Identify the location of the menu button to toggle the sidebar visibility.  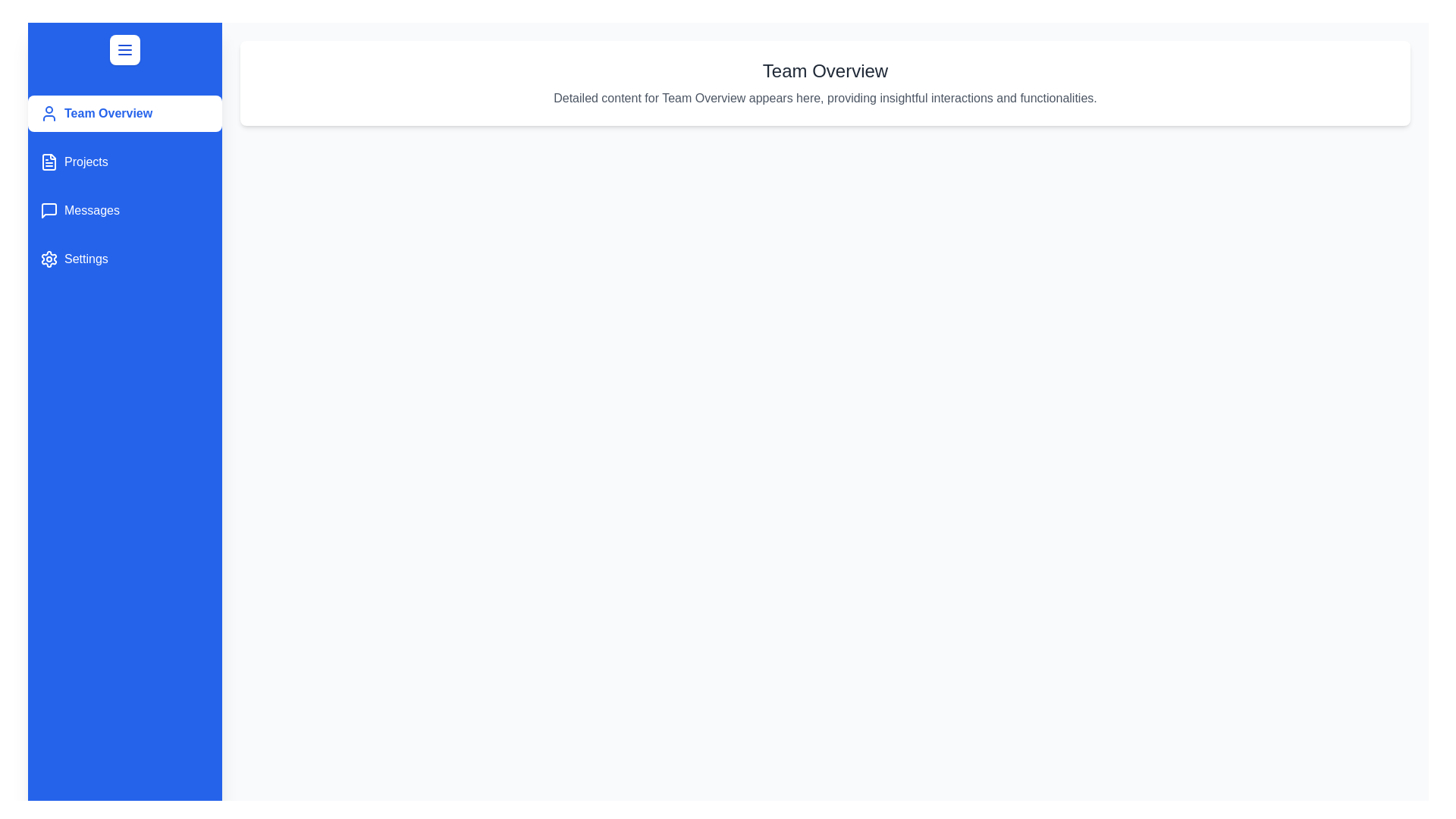
(124, 49).